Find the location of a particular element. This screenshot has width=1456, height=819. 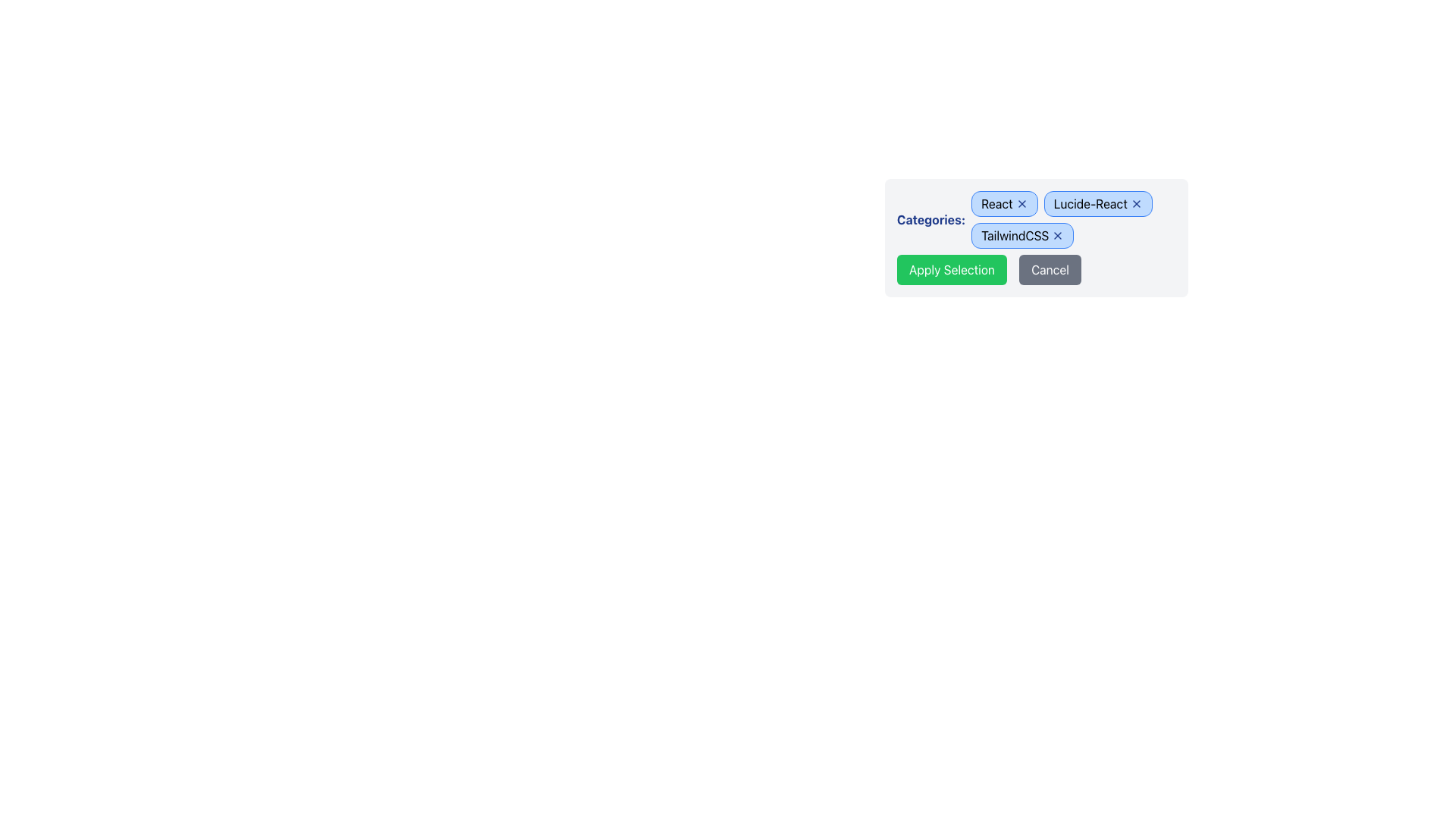

the cancel button located to the right of the 'Apply Selection' button in the 'Categories' section is located at coordinates (1049, 268).